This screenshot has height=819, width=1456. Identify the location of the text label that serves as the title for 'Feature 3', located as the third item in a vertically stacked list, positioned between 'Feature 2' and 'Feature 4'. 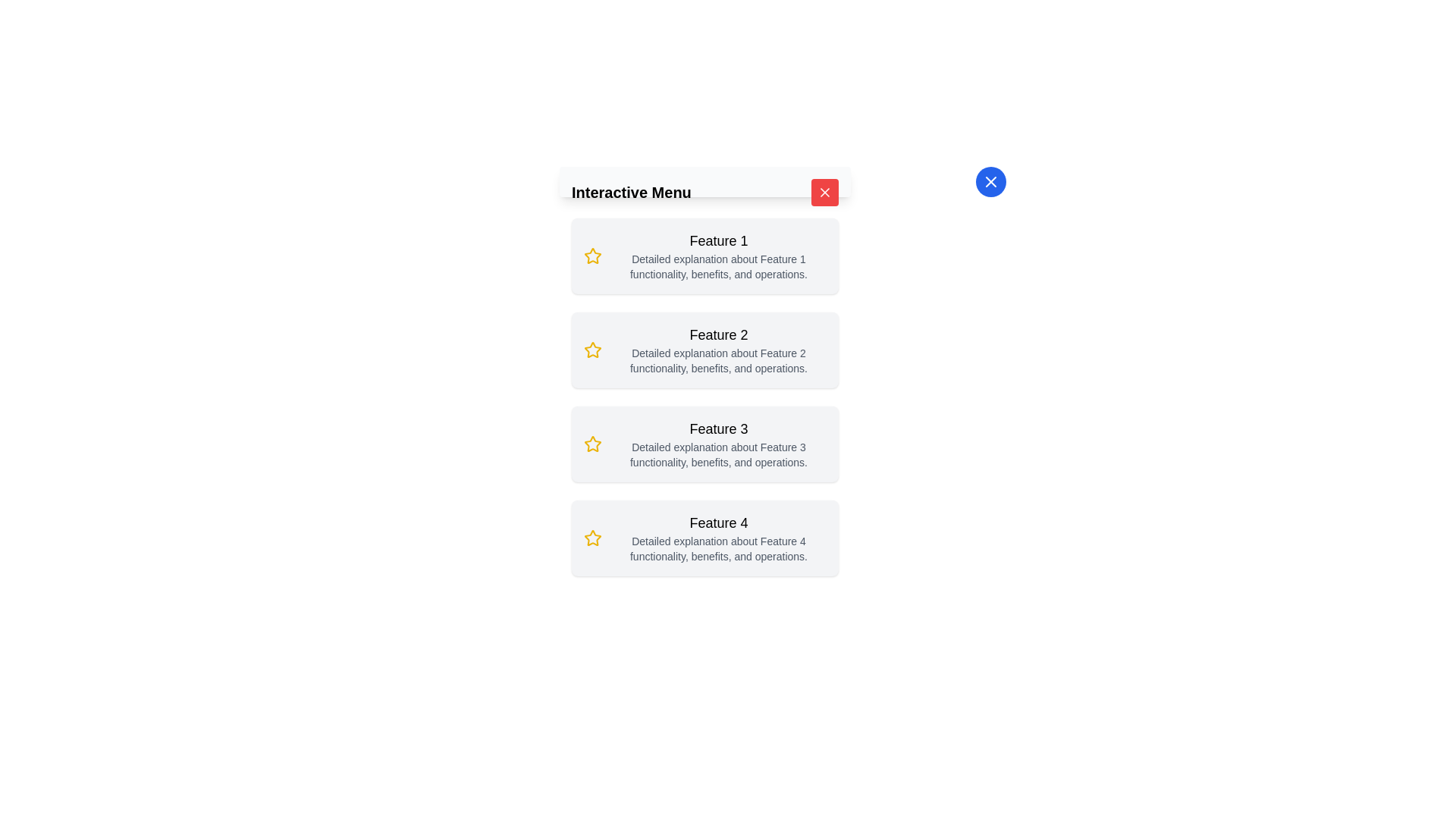
(718, 429).